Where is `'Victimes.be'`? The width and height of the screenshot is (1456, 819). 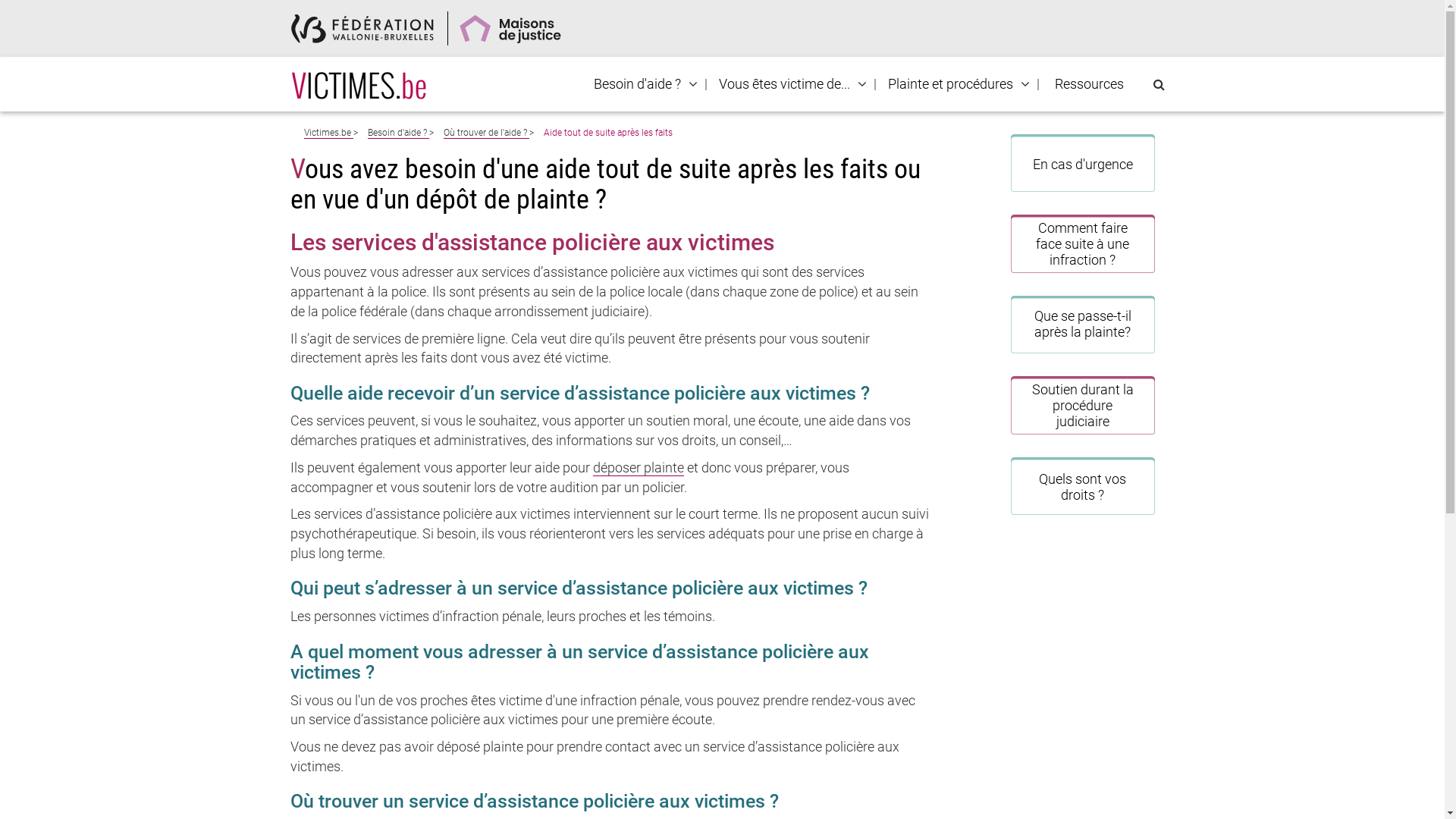 'Victimes.be' is located at coordinates (327, 132).